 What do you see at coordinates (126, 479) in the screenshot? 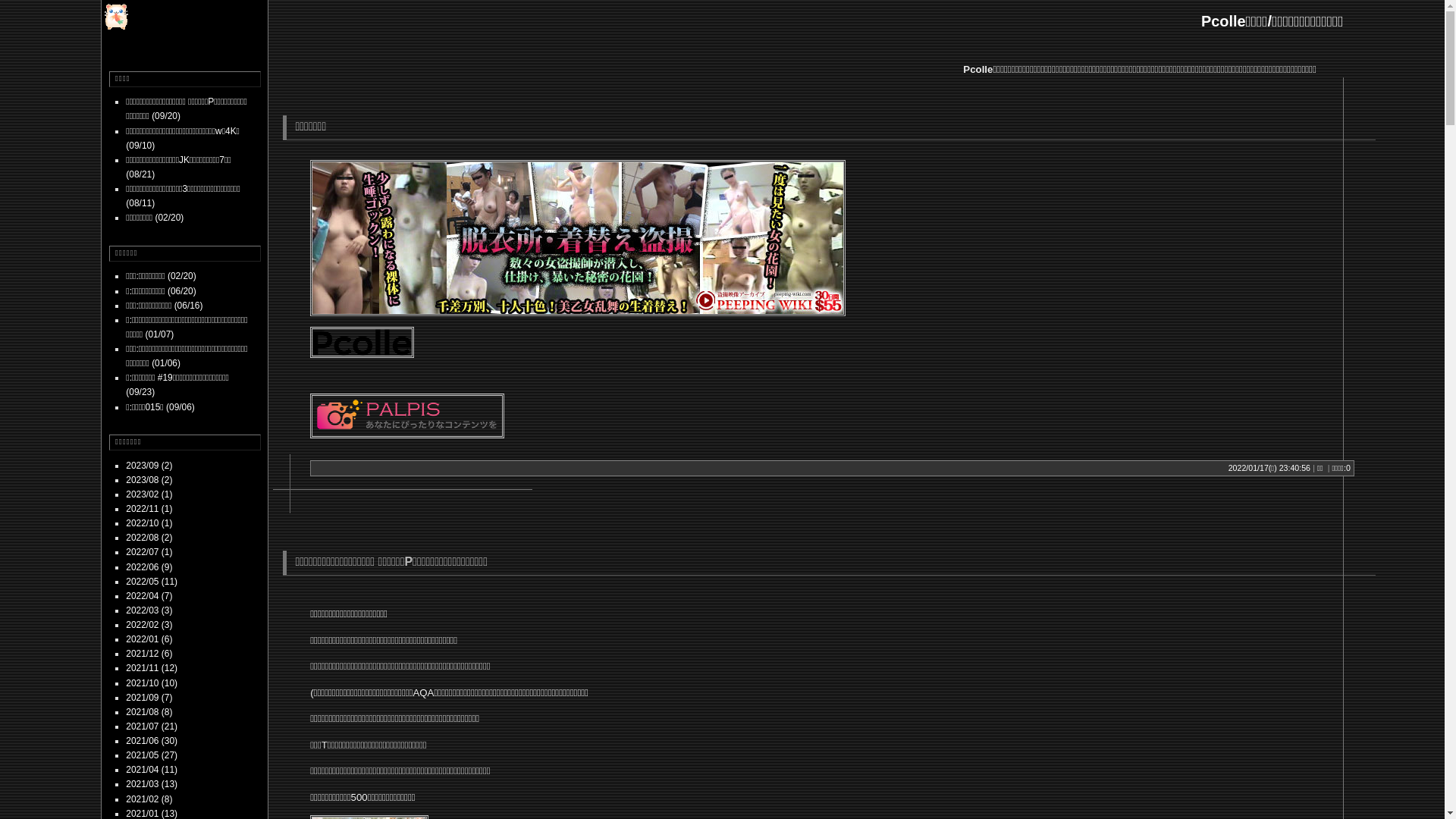
I see `'2023/08 (2)'` at bounding box center [126, 479].